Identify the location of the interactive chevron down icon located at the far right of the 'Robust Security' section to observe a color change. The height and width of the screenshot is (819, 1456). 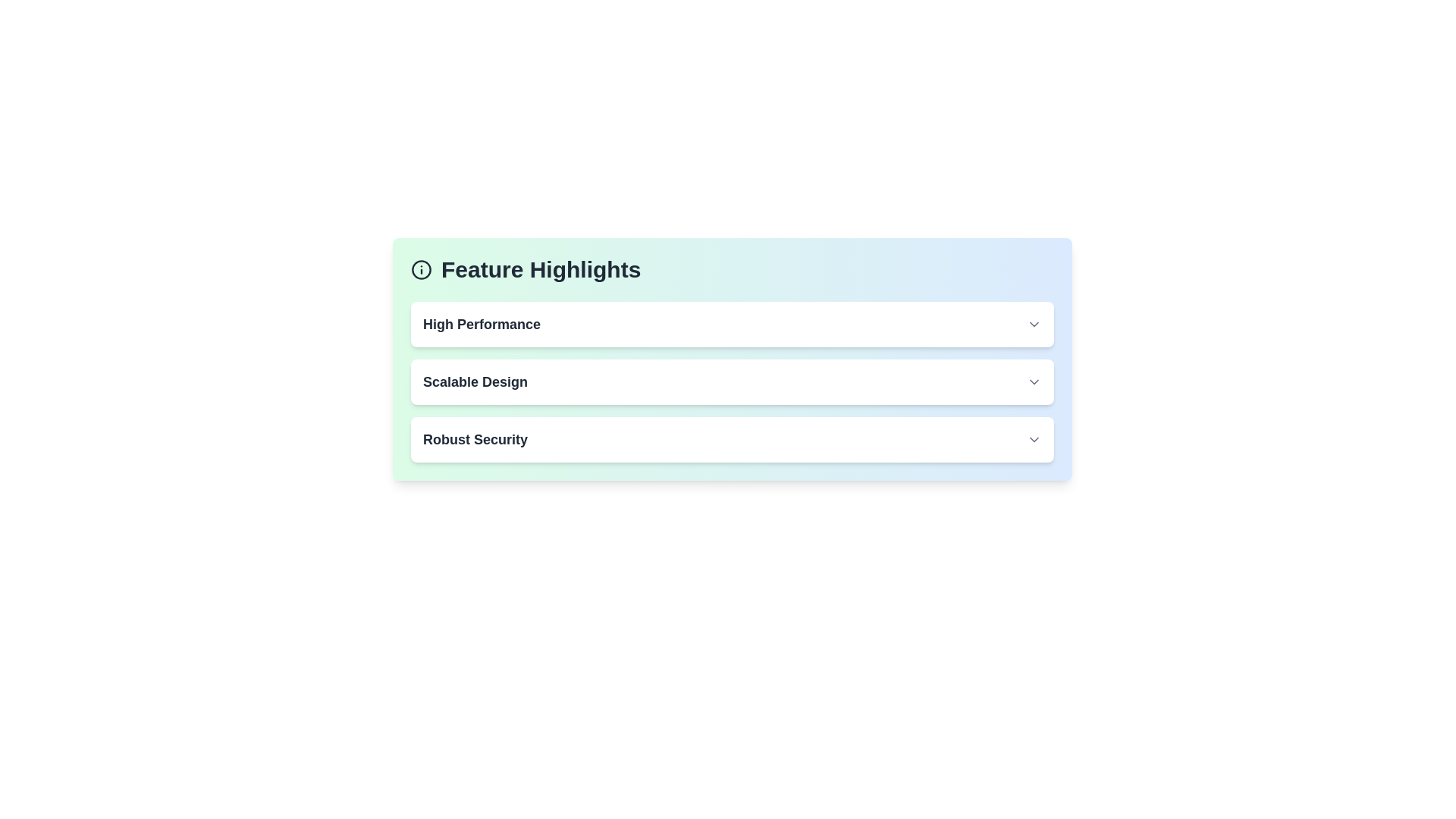
(1033, 439).